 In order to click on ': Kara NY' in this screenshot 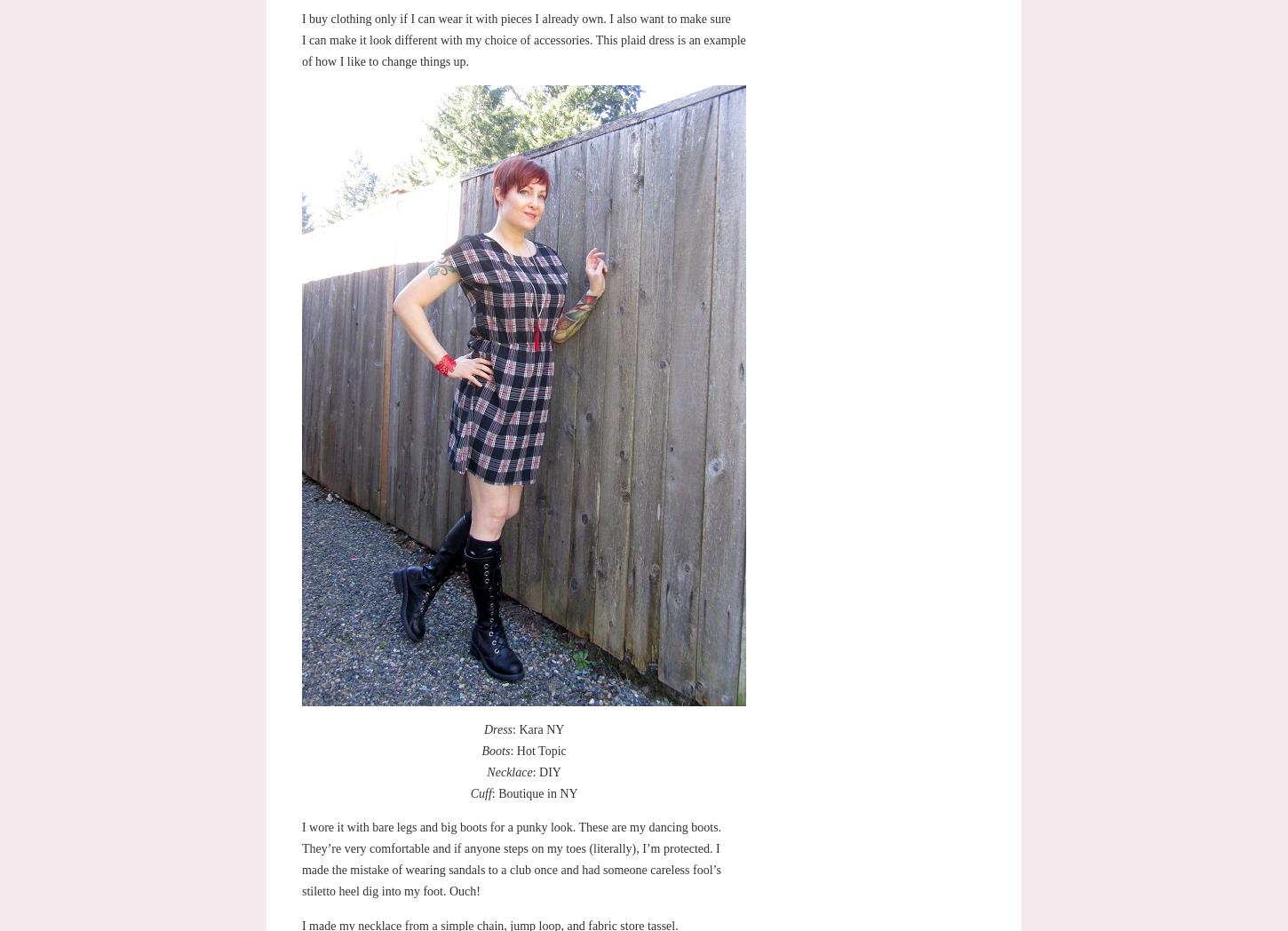, I will do `click(537, 728)`.